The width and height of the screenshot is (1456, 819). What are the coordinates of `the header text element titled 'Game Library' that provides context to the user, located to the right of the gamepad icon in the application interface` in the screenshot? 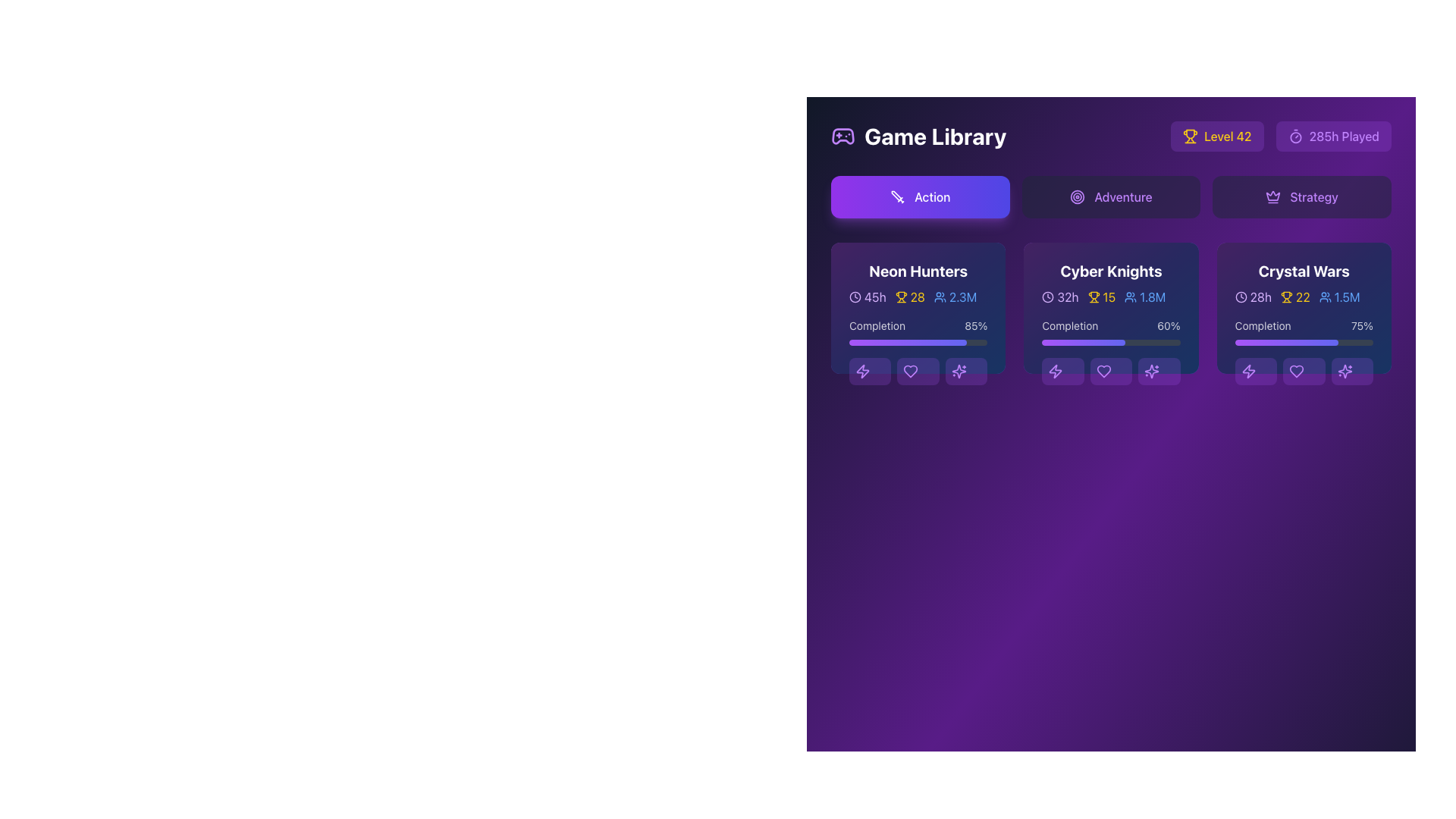 It's located at (934, 136).